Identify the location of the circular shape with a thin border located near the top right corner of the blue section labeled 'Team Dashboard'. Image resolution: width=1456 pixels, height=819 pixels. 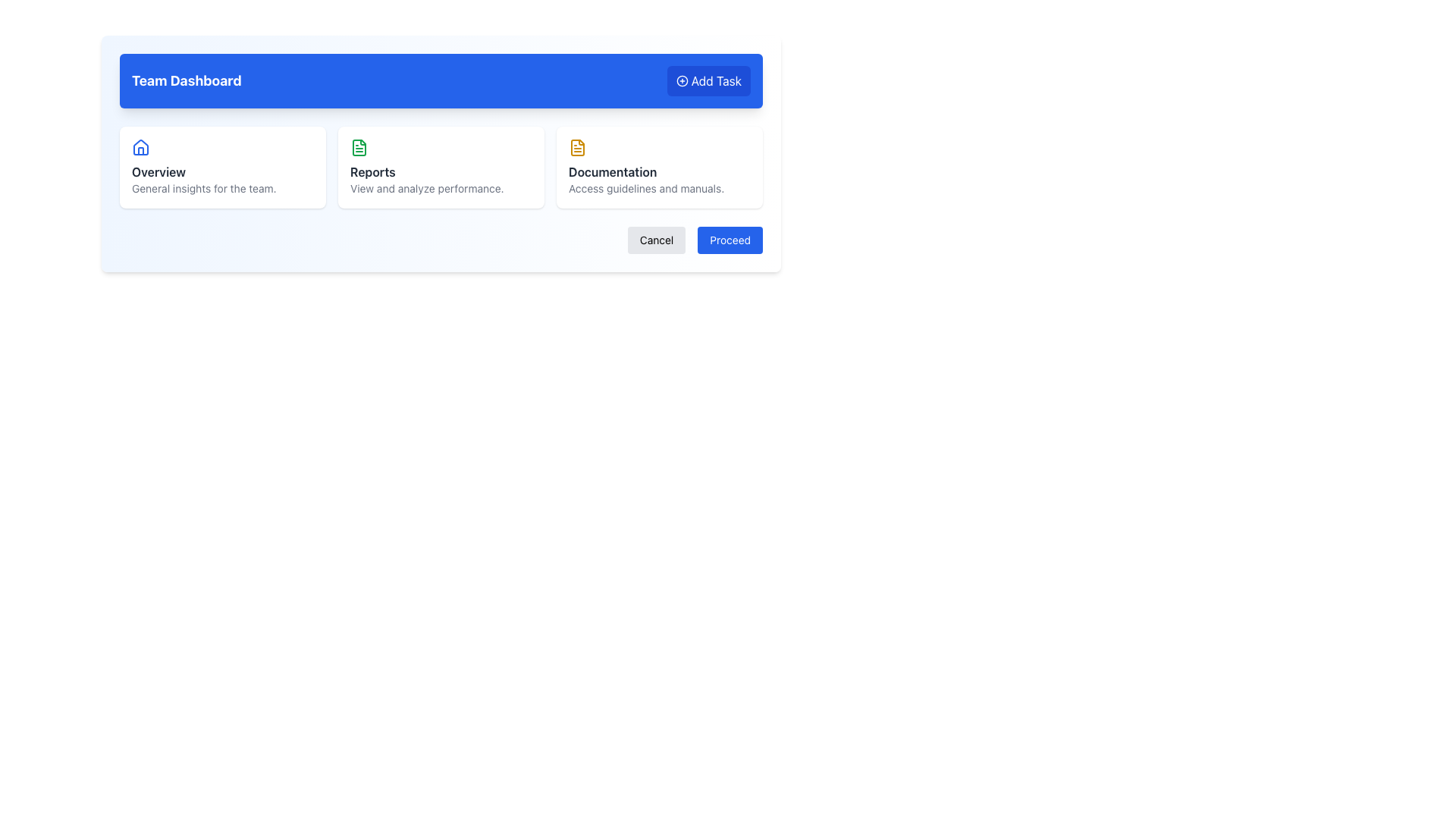
(681, 81).